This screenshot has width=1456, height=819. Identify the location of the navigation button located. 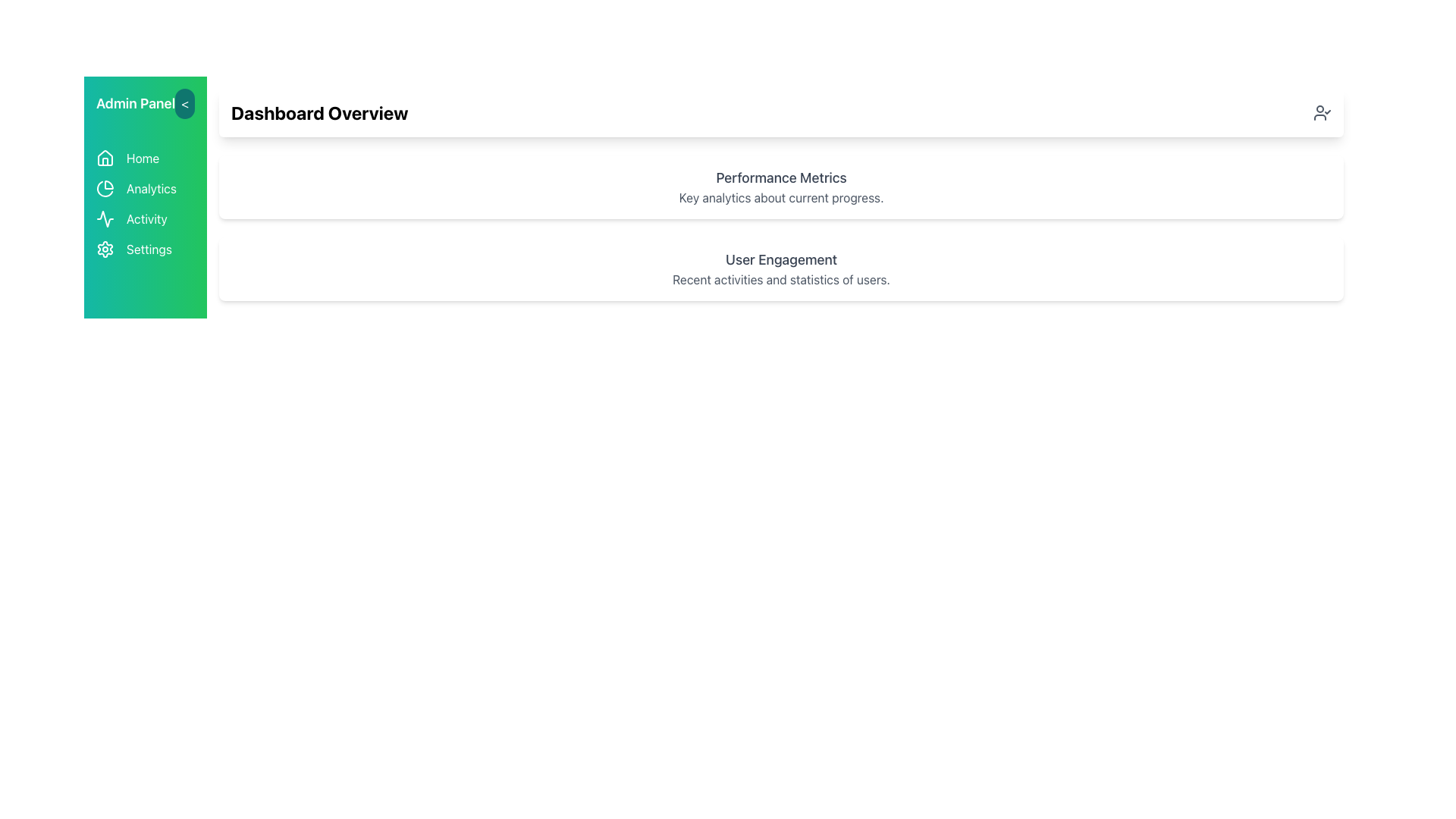
(184, 103).